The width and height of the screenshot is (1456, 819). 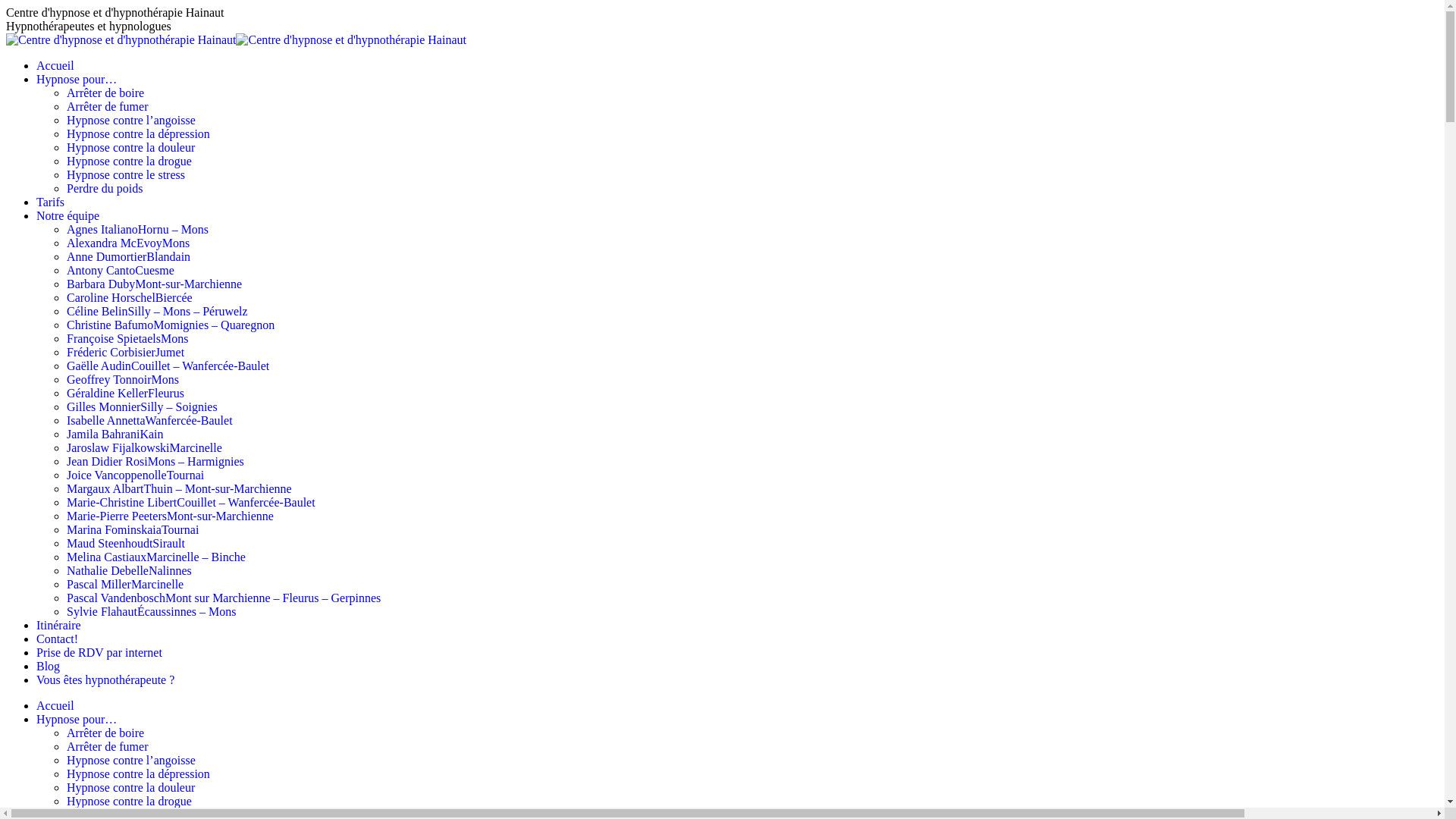 What do you see at coordinates (135, 474) in the screenshot?
I see `'Joice VancoppenolleTournai'` at bounding box center [135, 474].